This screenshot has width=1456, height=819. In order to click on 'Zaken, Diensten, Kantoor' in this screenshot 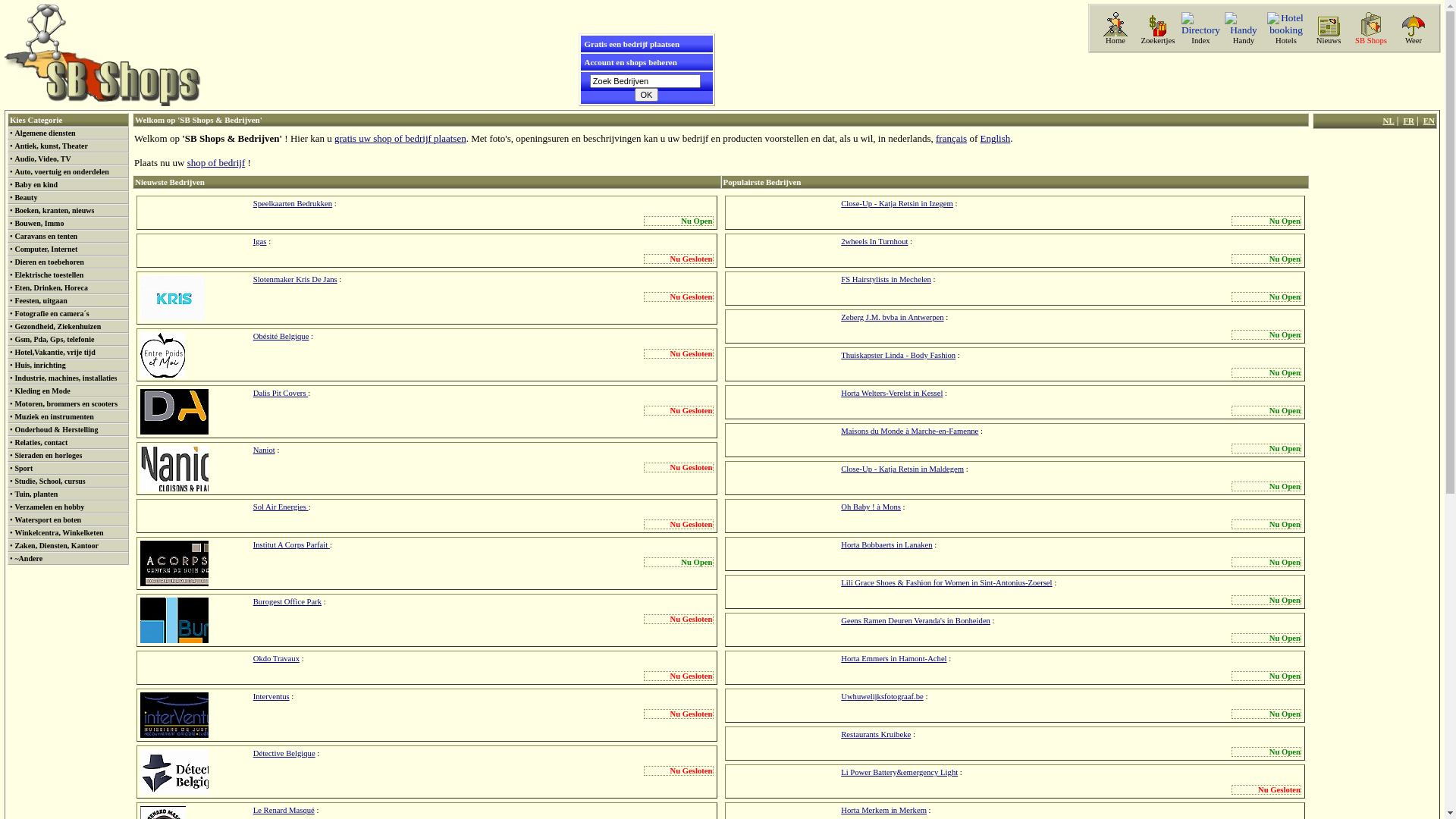, I will do `click(56, 544)`.